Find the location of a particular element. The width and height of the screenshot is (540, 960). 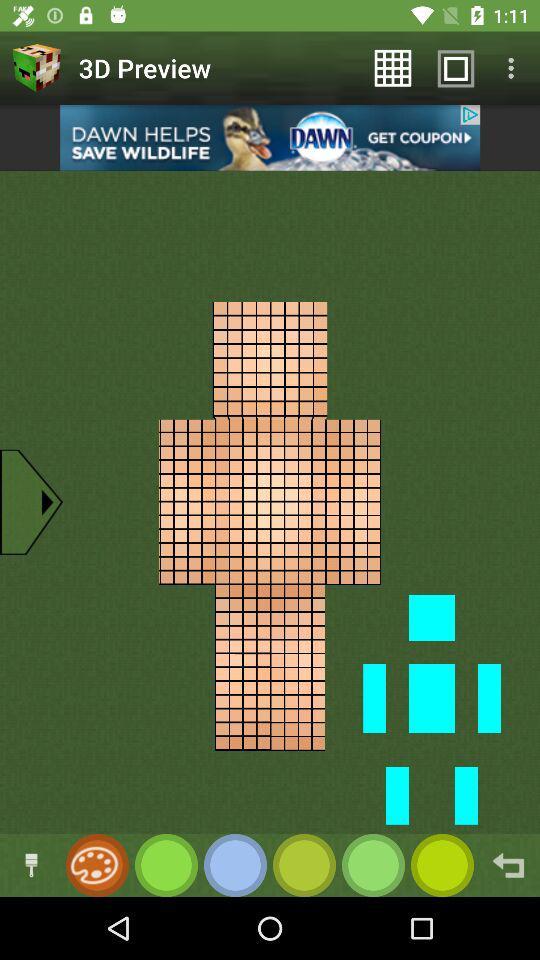

brush tool selector is located at coordinates (30, 864).